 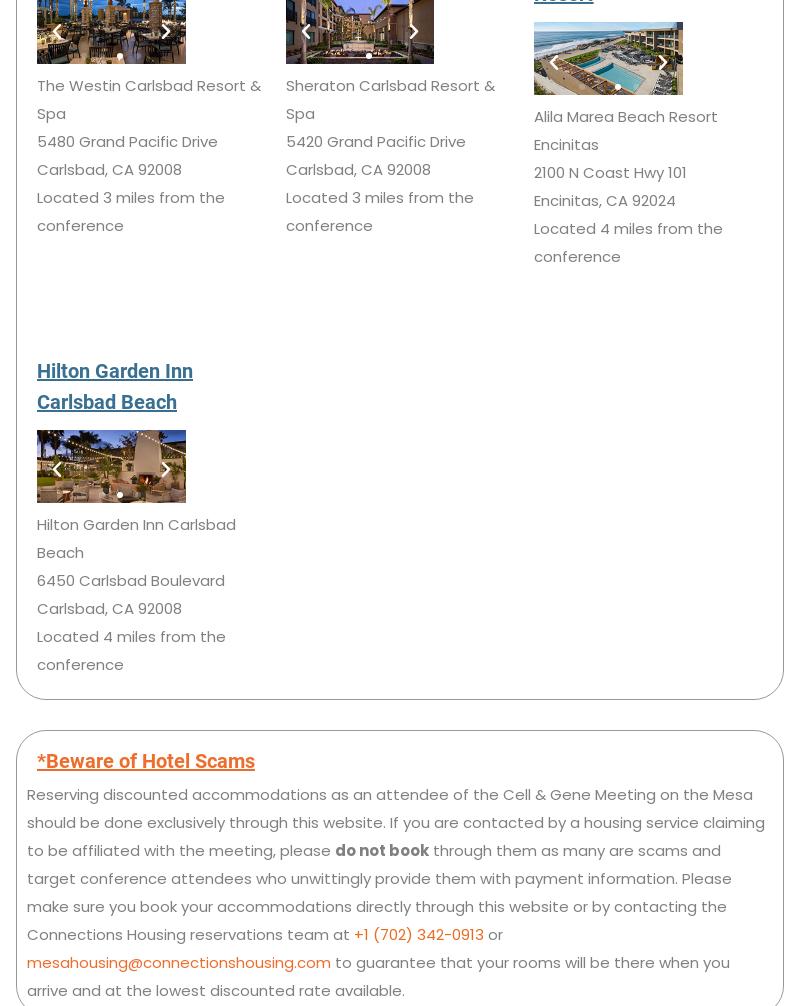 What do you see at coordinates (130, 579) in the screenshot?
I see `'6450 Carlsbad Boulevard'` at bounding box center [130, 579].